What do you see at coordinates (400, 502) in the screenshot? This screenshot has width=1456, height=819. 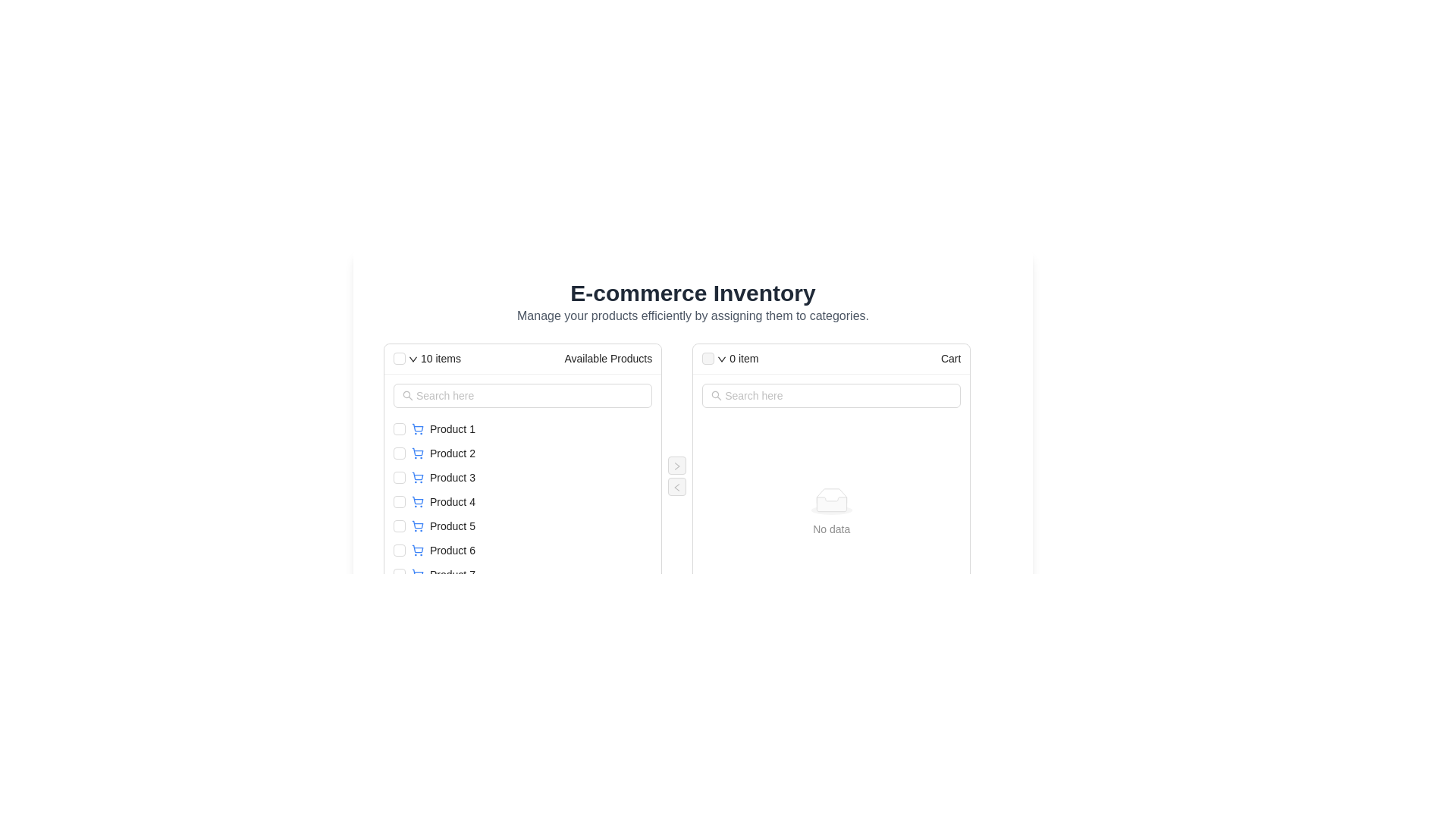 I see `the checkbox for 'Product 4'` at bounding box center [400, 502].